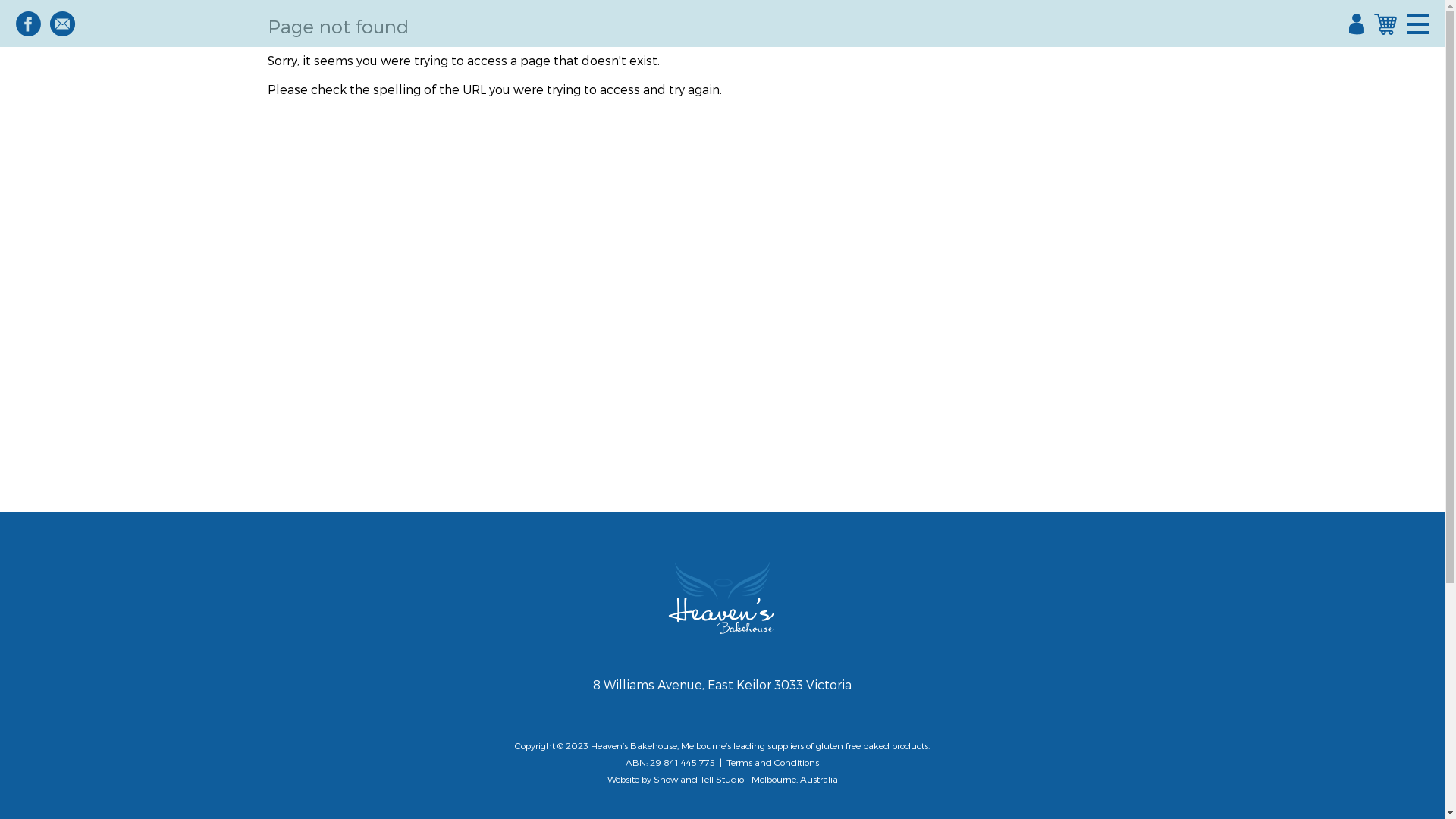  I want to click on 'Terms and Conditions', so click(772, 762).